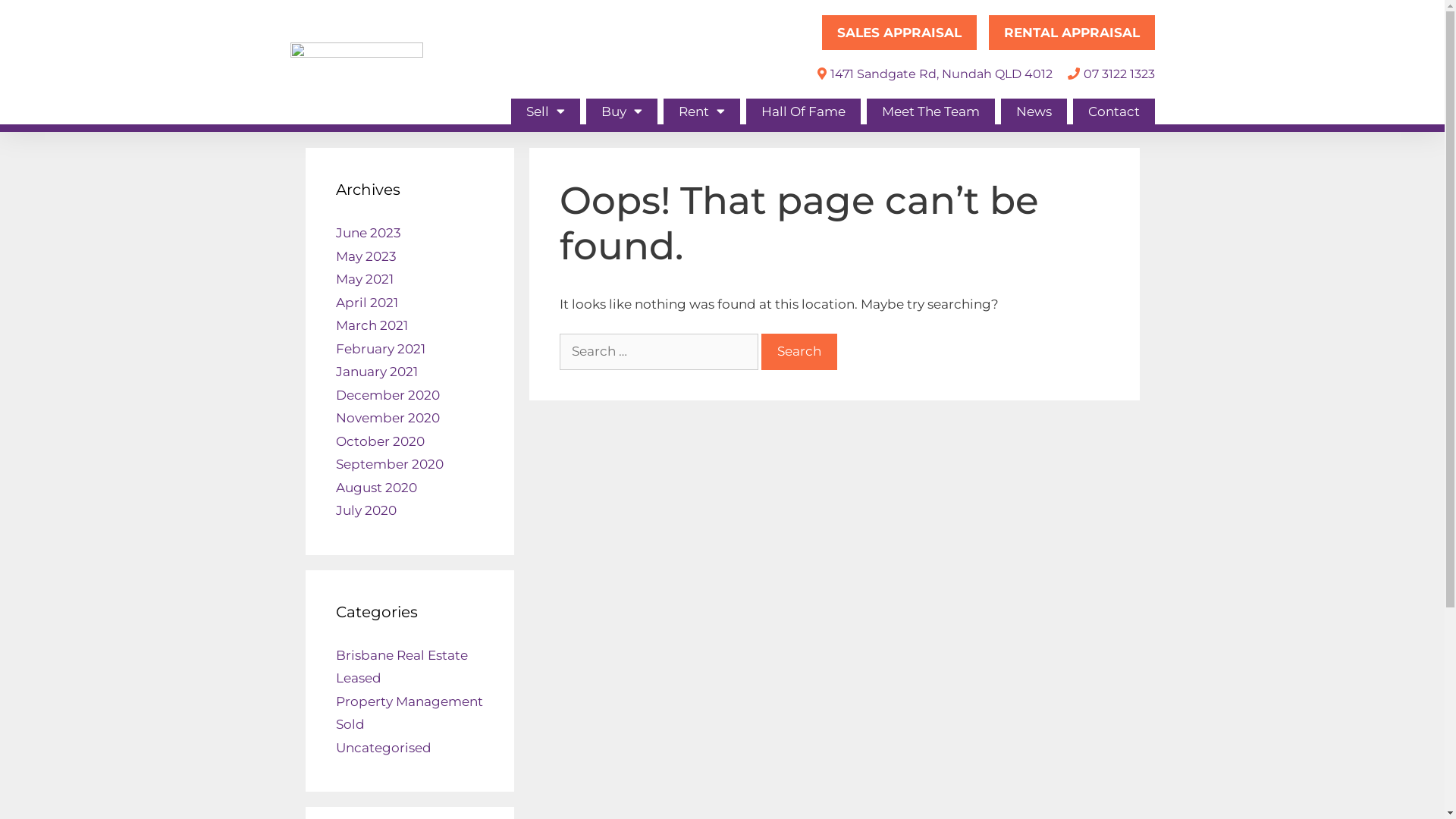 This screenshot has width=1456, height=819. Describe the element at coordinates (367, 233) in the screenshot. I see `'June 2023'` at that location.